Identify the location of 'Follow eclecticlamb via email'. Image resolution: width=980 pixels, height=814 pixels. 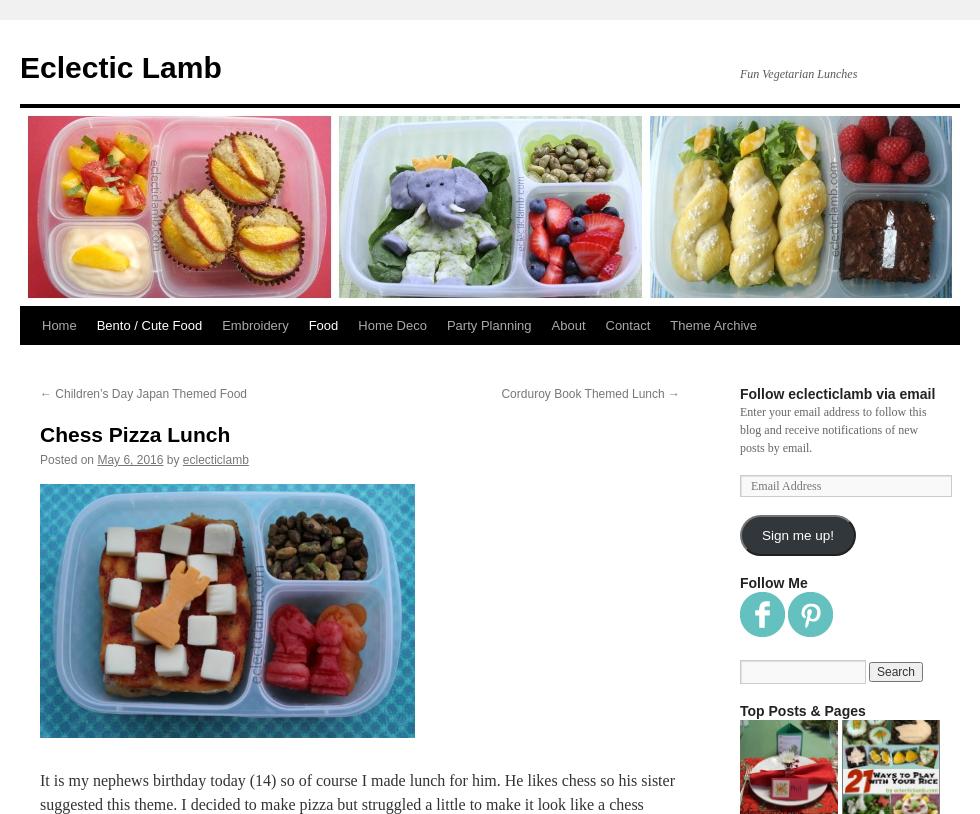
(837, 393).